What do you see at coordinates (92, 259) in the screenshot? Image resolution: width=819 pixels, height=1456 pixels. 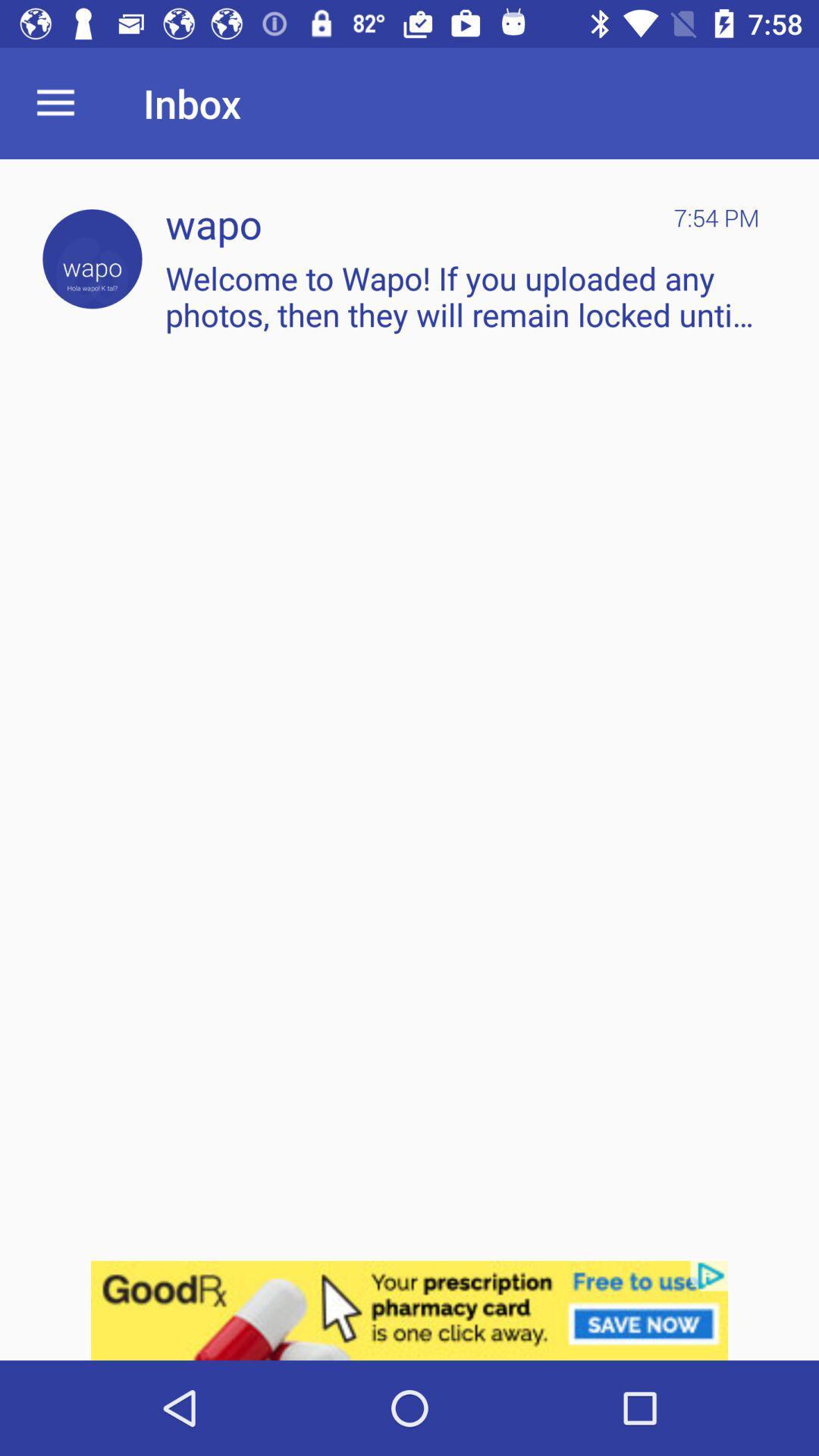 I see `click wapo icon` at bounding box center [92, 259].